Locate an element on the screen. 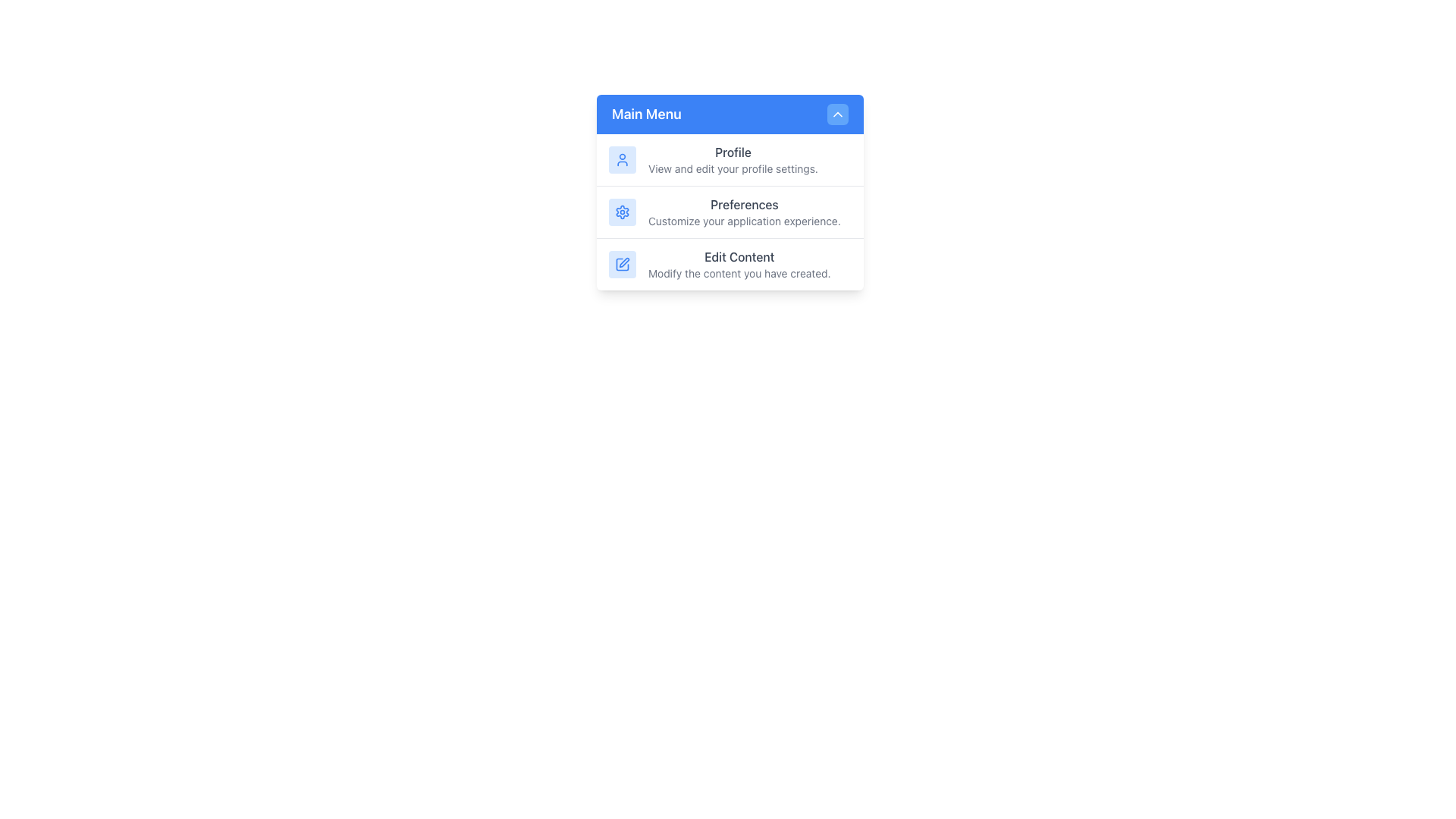  the 'Edit Content' static text element, which is styled with a medium-weight gray font and is located as the primary heading of the third menu option in the Main Menu is located at coordinates (739, 256).